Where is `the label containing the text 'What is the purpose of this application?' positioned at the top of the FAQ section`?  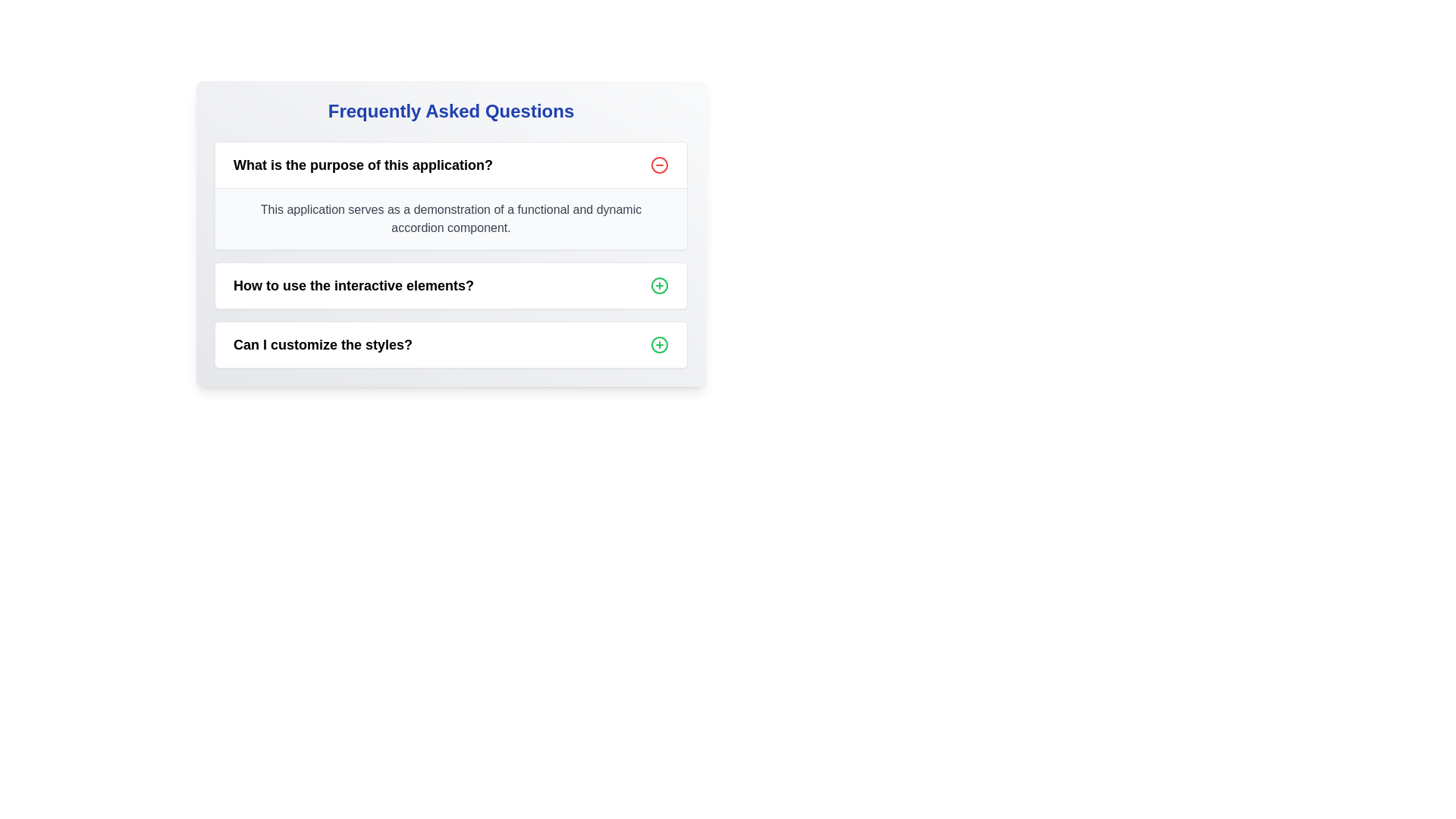 the label containing the text 'What is the purpose of this application?' positioned at the top of the FAQ section is located at coordinates (362, 165).